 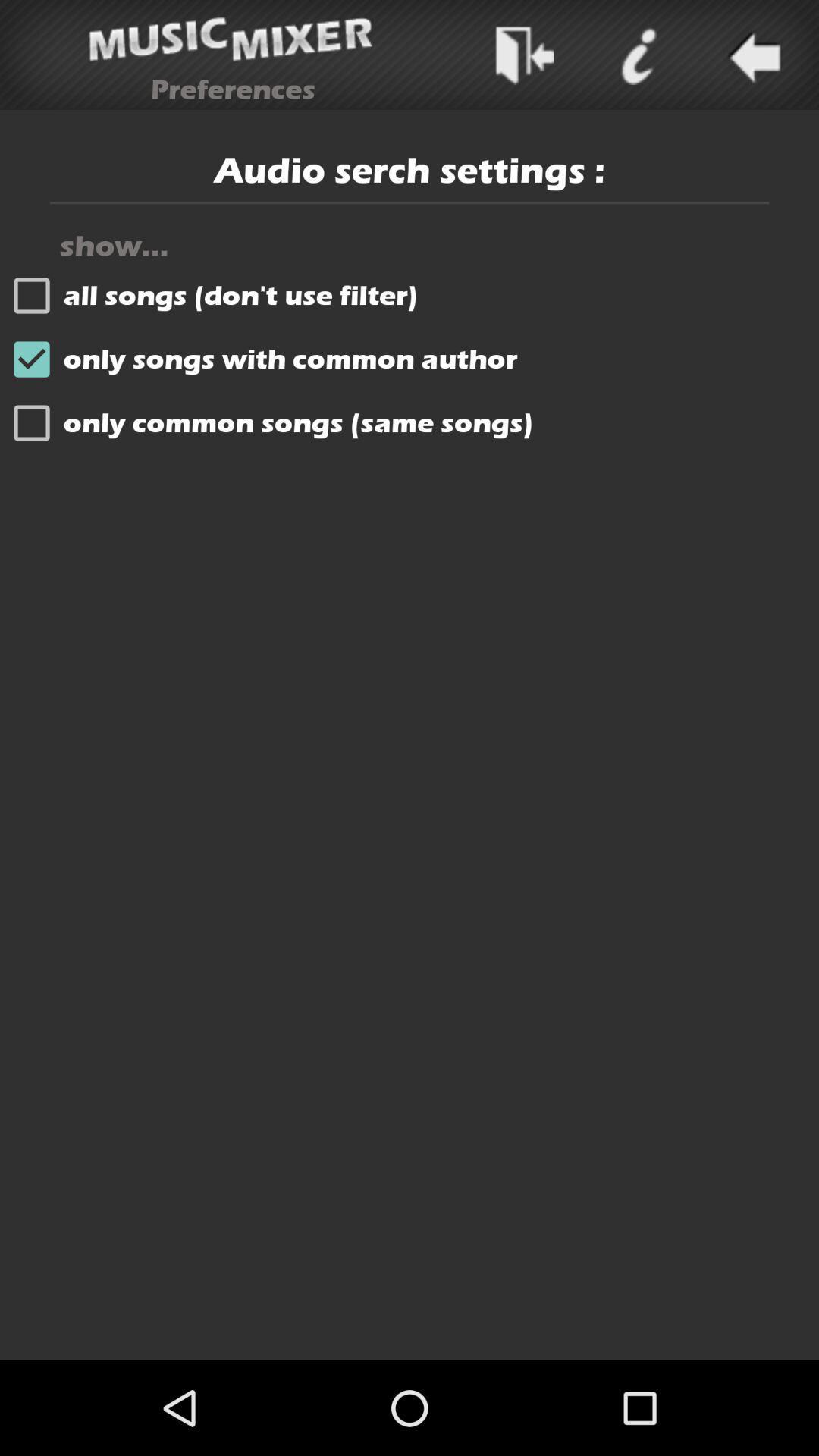 I want to click on go back, so click(x=752, y=55).